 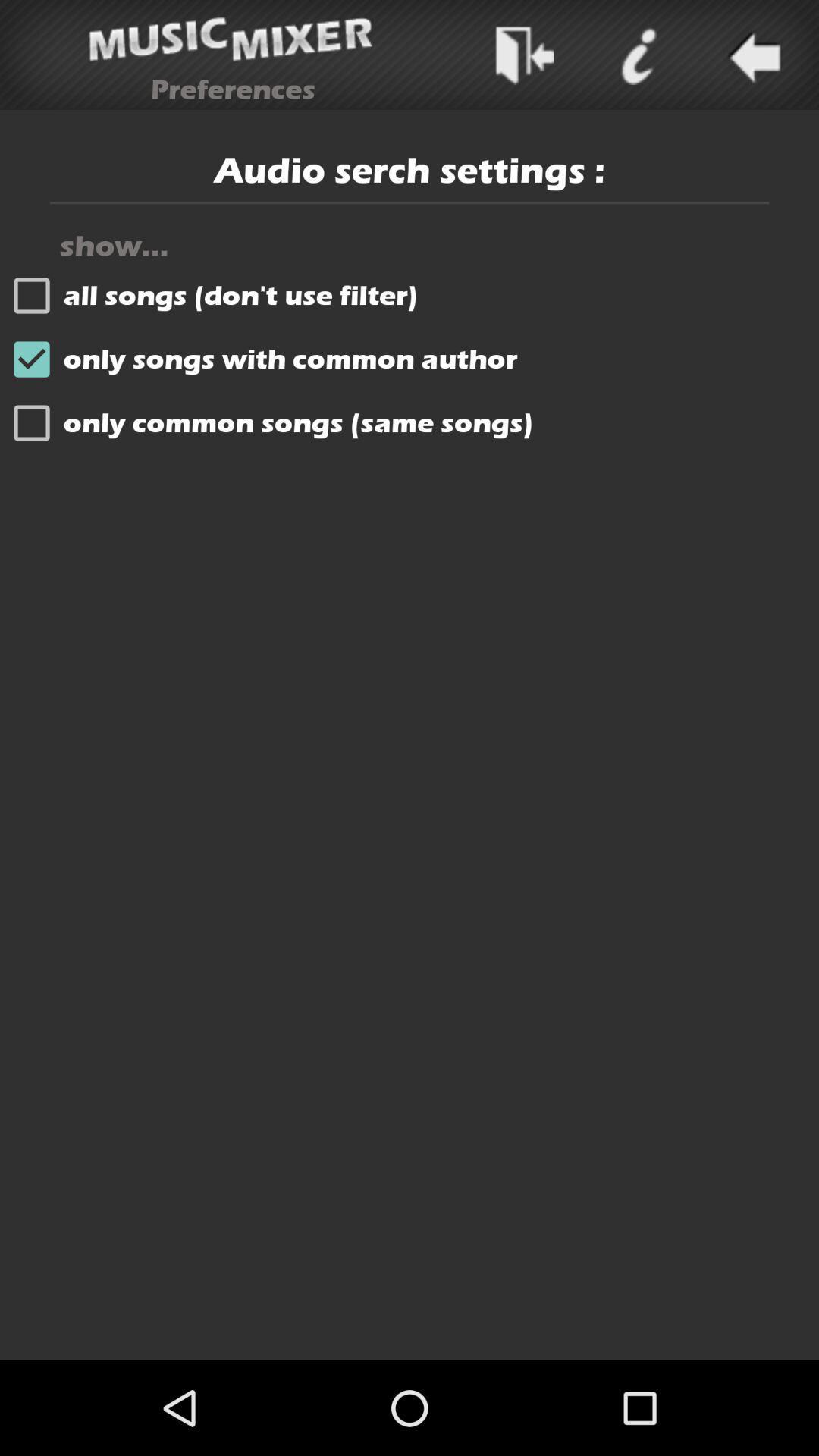 I want to click on go back, so click(x=752, y=55).